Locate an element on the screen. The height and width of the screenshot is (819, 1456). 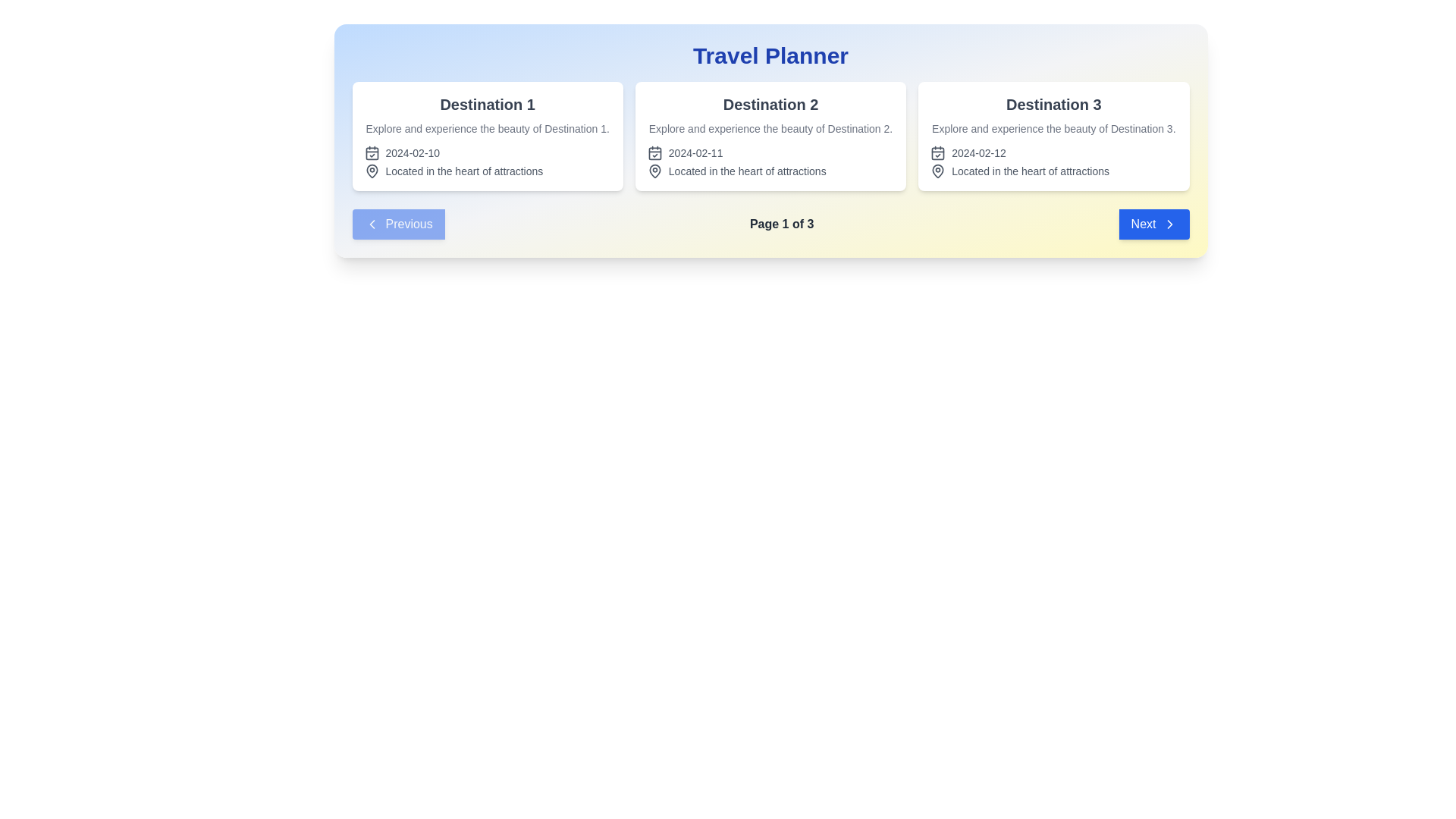
the location pin icon, which is a small icon resembling a location pin that is located to the left of the text stating 'Located in the heart of attractions.' is located at coordinates (937, 171).